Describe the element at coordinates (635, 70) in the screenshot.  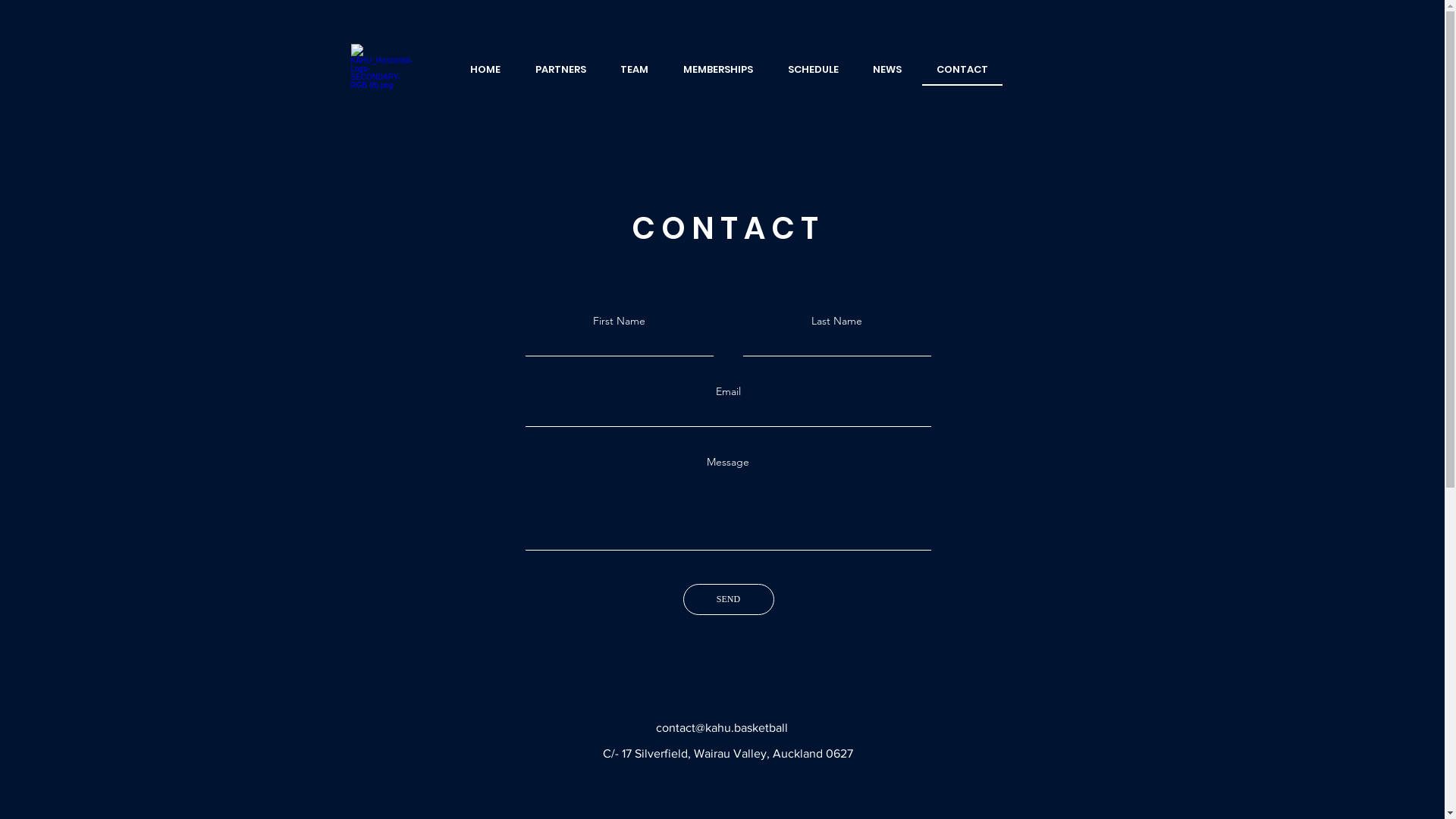
I see `'TEAM'` at that location.